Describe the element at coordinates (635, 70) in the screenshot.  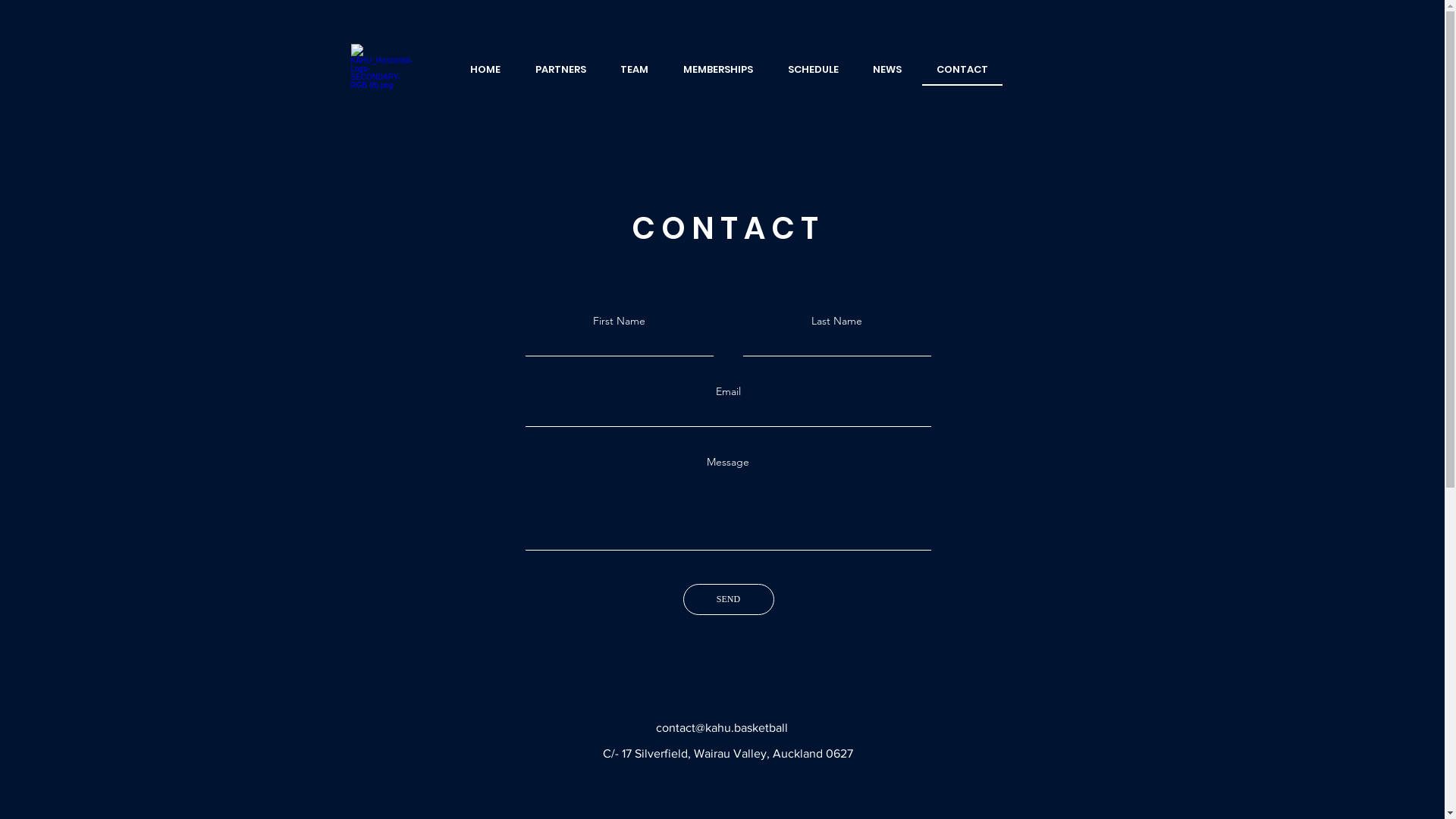
I see `'TEAM'` at that location.